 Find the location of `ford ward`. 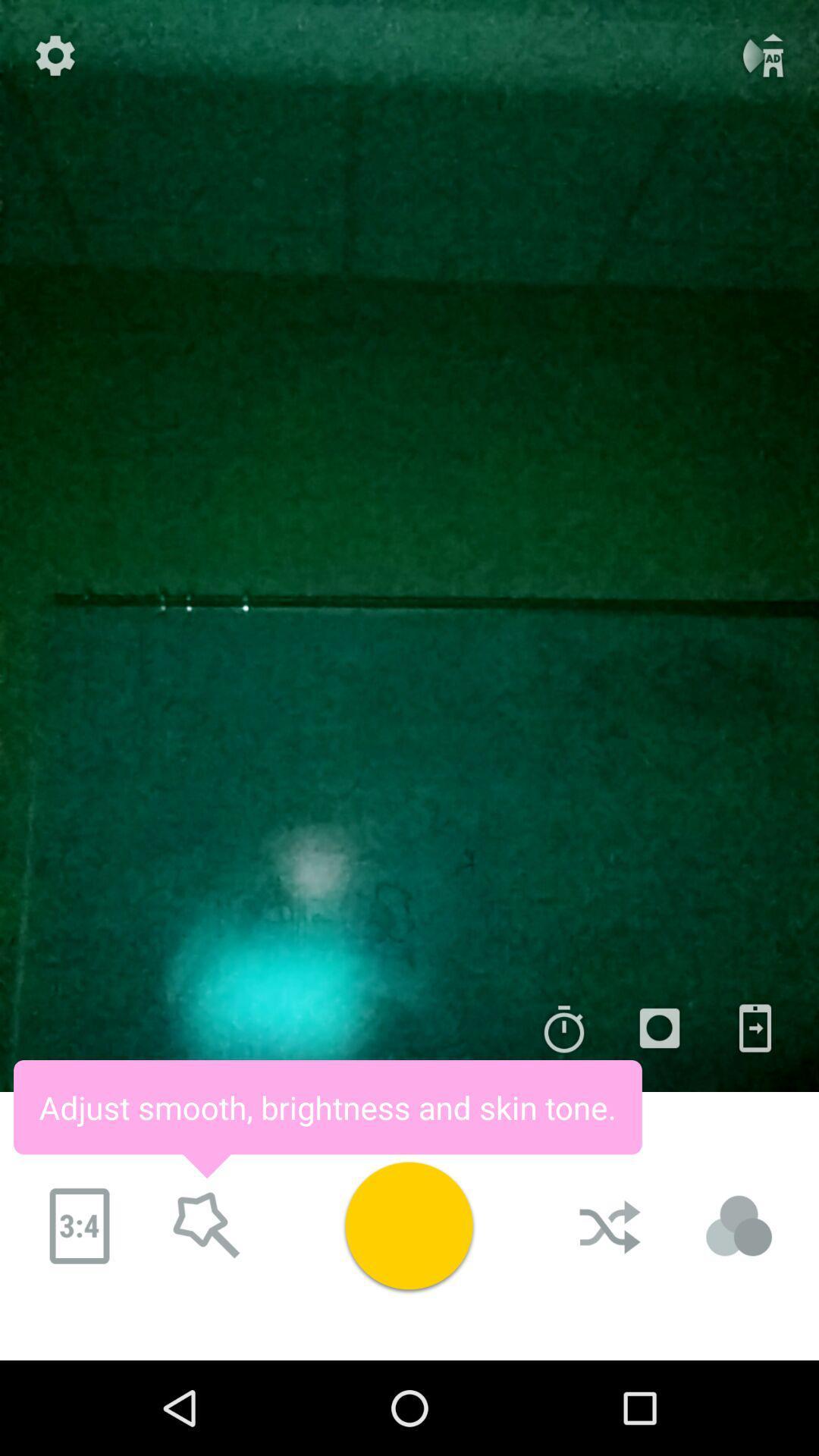

ford ward is located at coordinates (207, 1226).